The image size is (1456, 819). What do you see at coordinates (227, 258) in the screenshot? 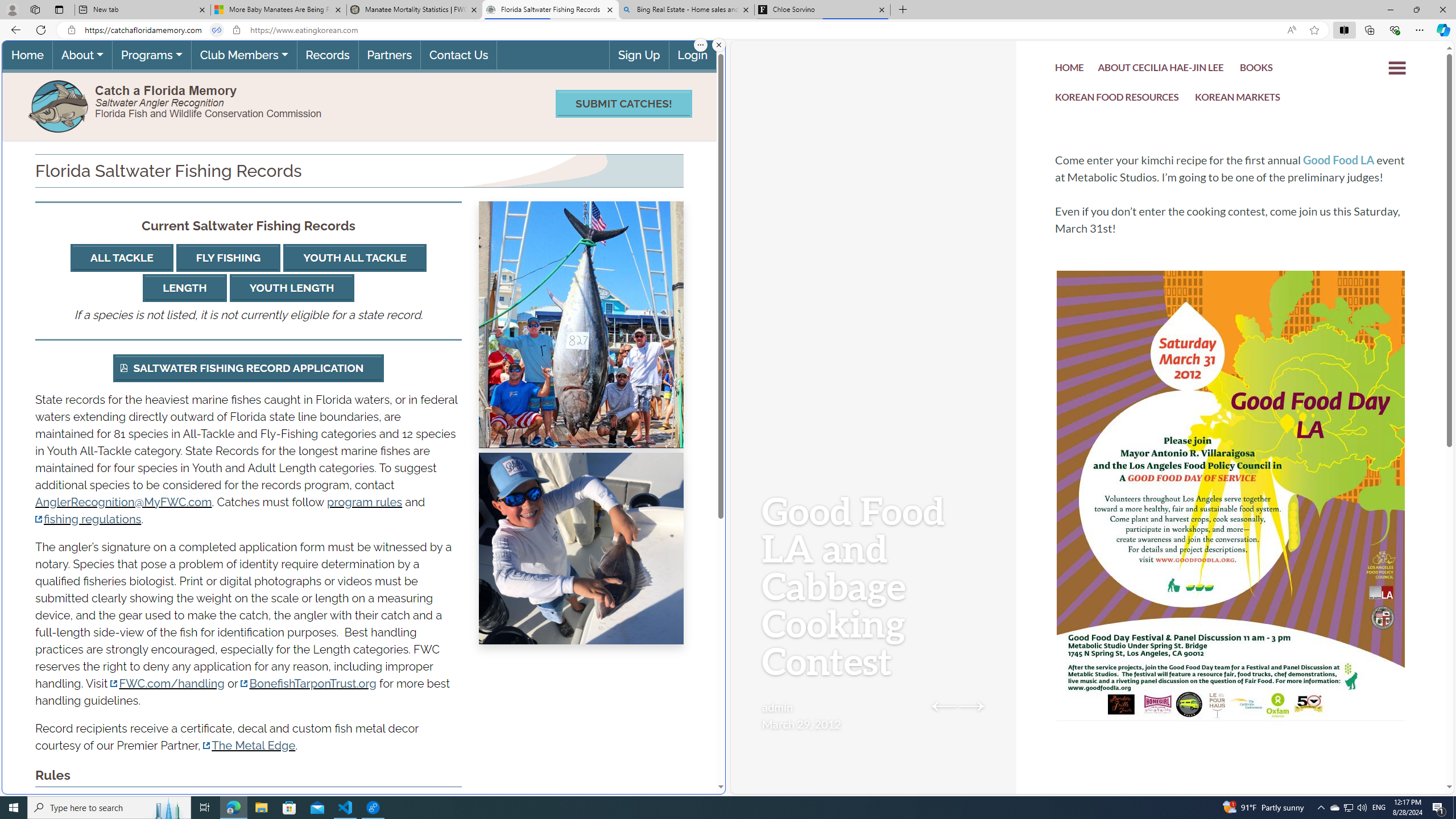
I see `'FLY FISHING'` at bounding box center [227, 258].